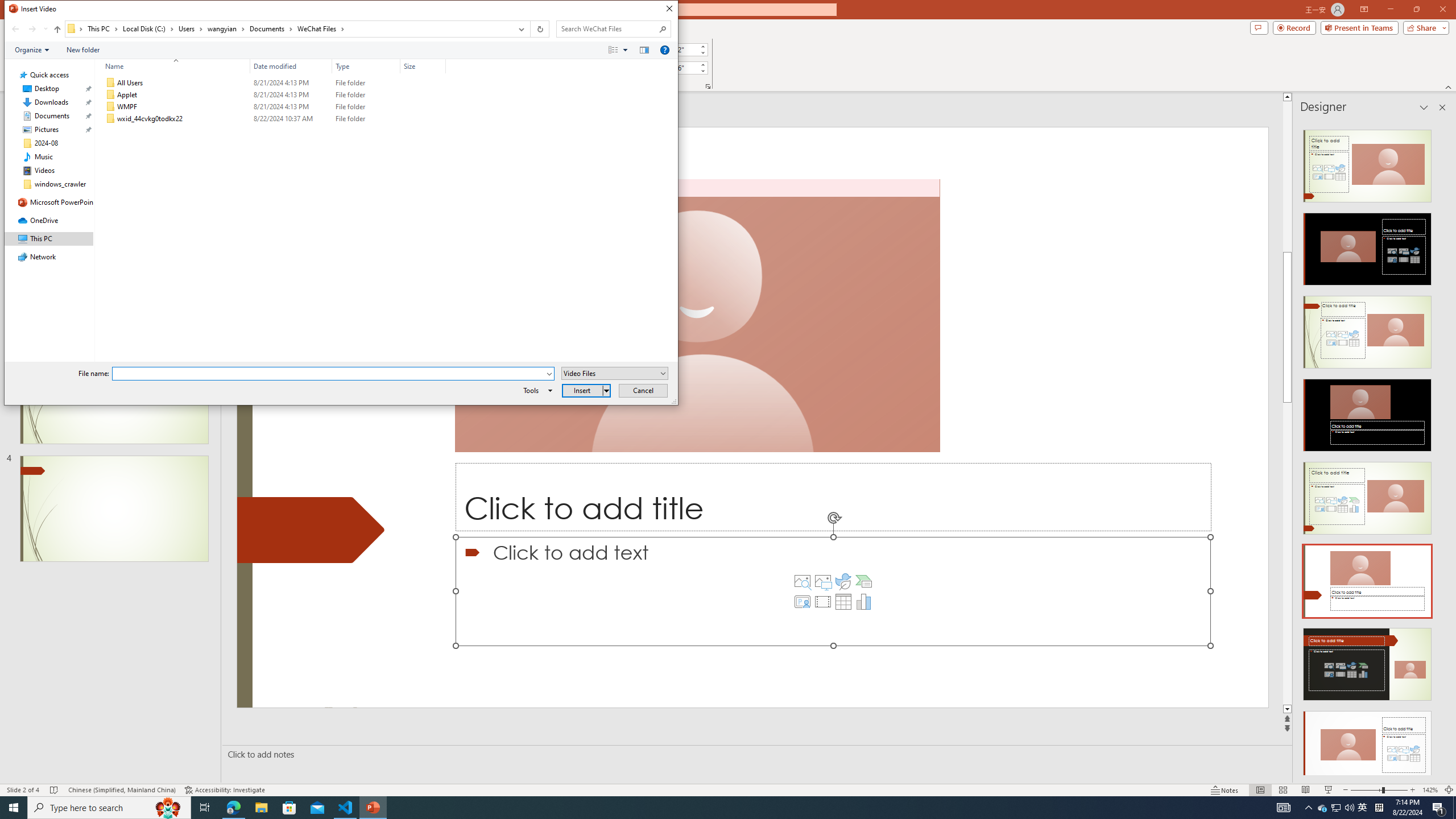  Describe the element at coordinates (422, 65) in the screenshot. I see `'Size'` at that location.